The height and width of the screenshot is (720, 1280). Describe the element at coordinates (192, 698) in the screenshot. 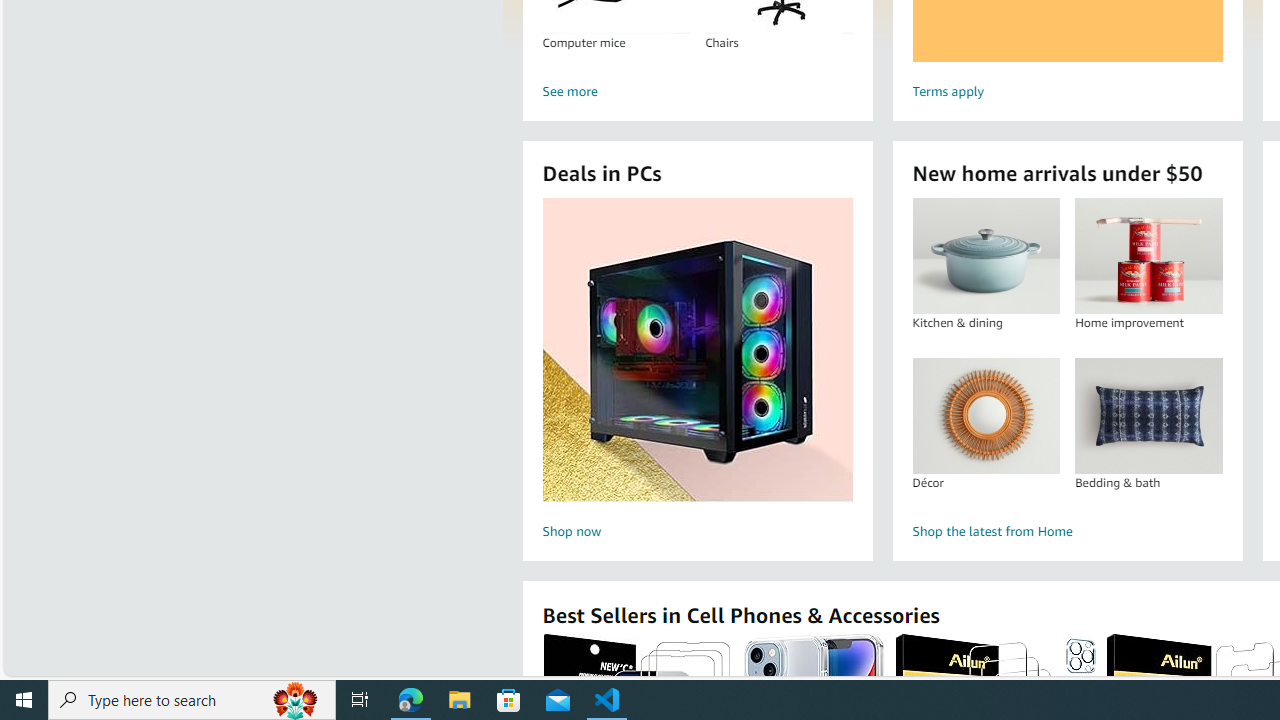

I see `'Type here to search'` at that location.